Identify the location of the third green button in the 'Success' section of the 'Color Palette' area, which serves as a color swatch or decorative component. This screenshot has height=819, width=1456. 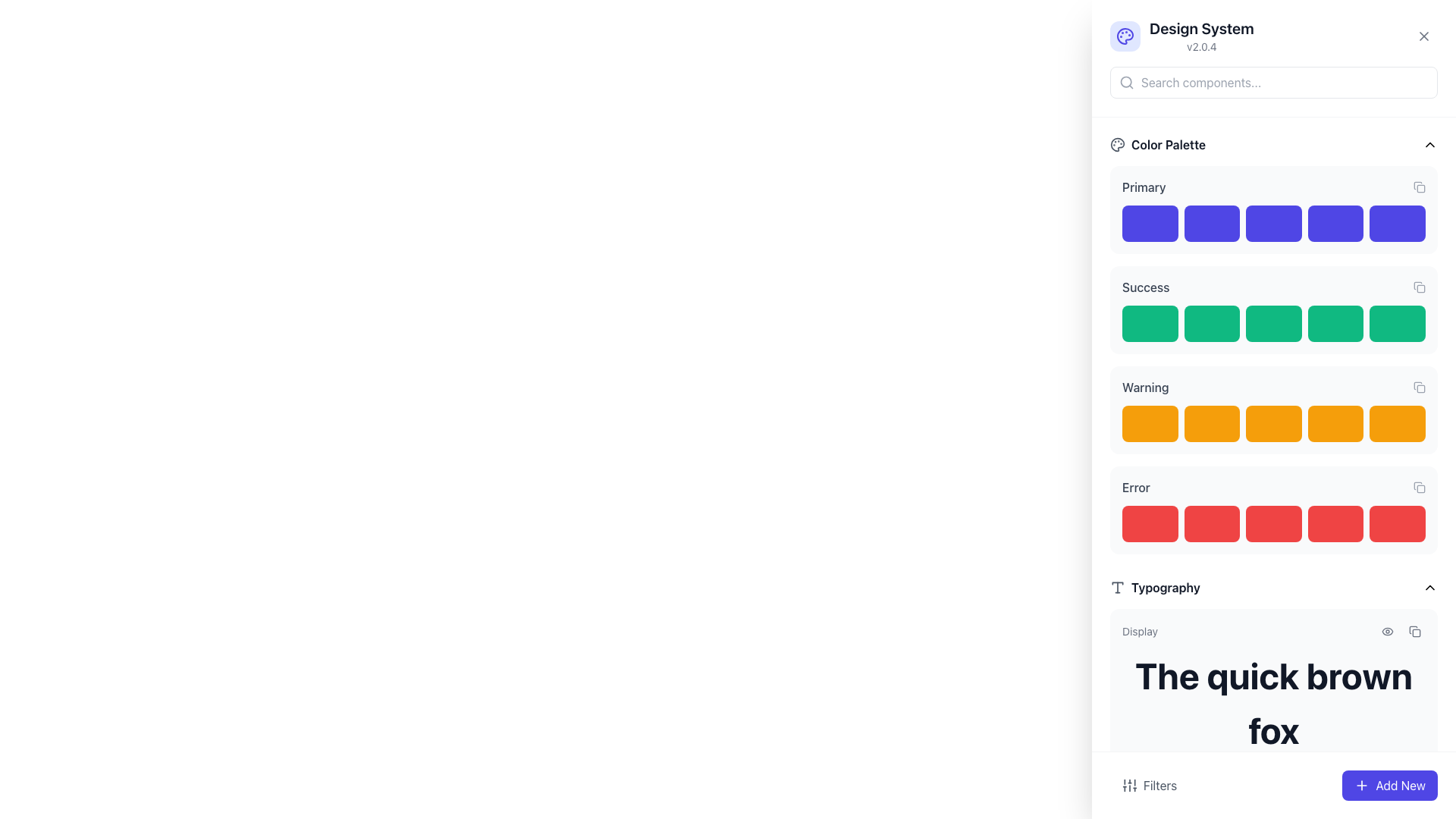
(1274, 323).